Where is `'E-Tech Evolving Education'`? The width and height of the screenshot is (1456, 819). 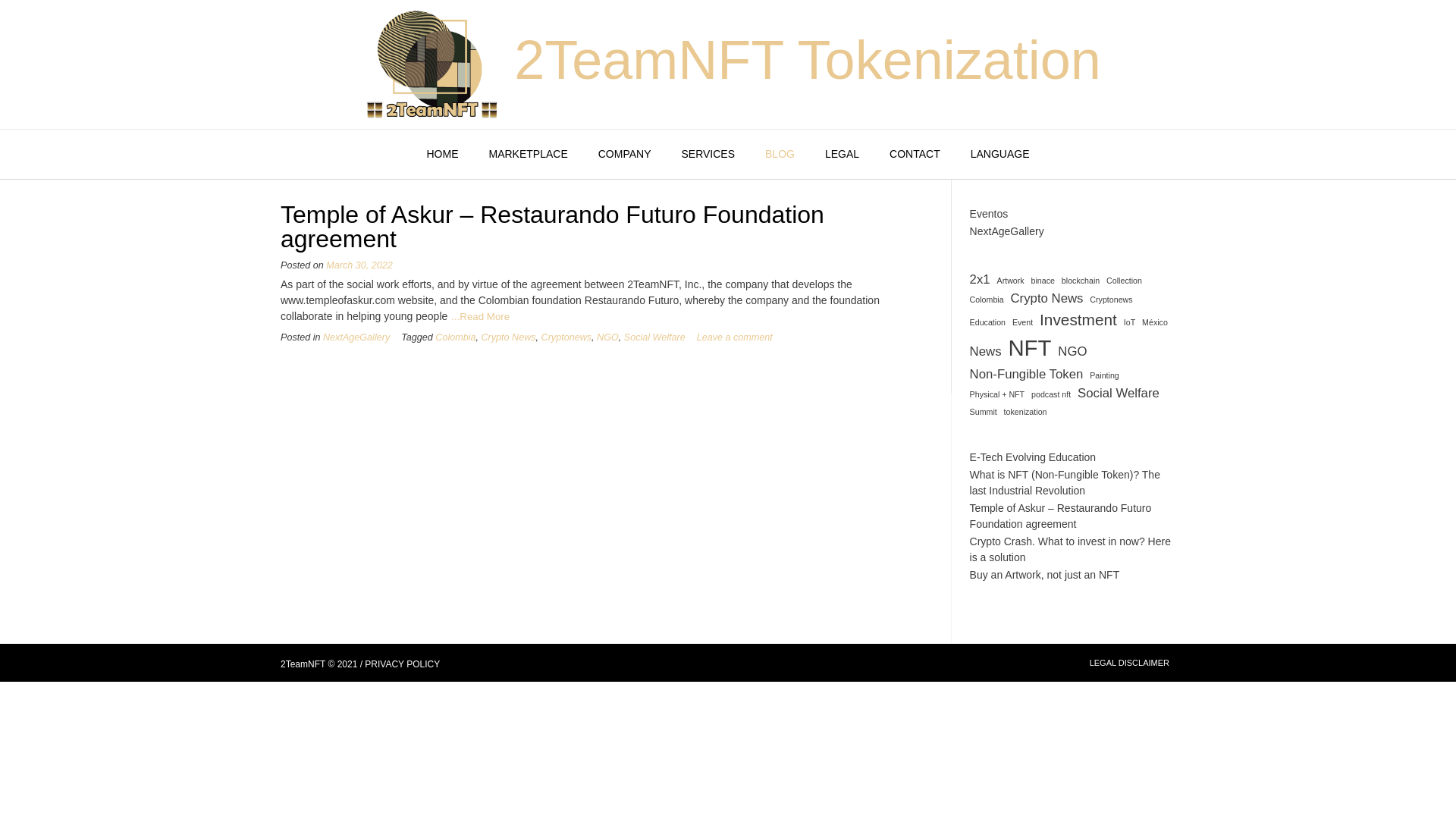
'E-Tech Evolving Education' is located at coordinates (1032, 456).